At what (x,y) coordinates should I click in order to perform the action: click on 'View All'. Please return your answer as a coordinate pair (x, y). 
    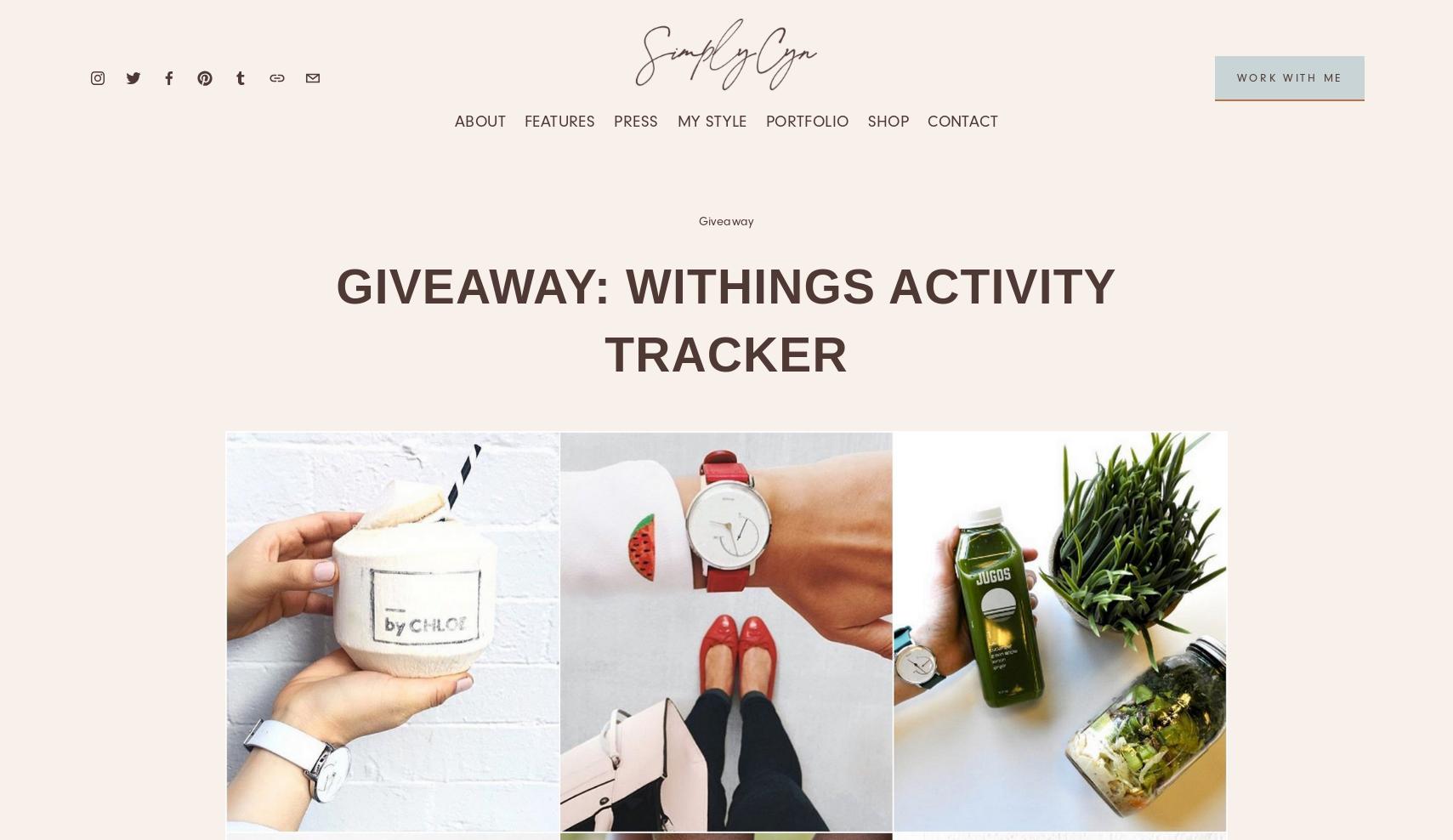
    Looking at the image, I should click on (523, 256).